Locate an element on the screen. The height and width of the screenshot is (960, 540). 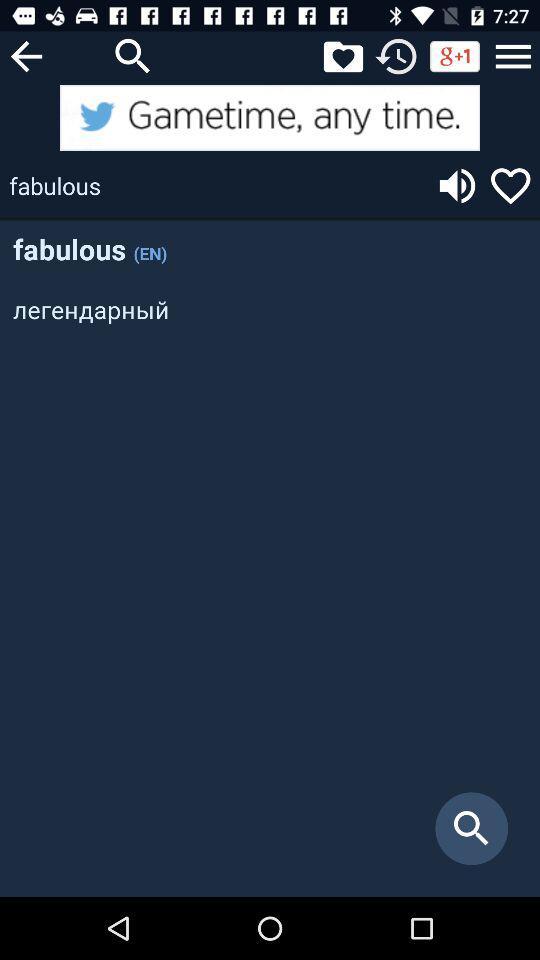
the favorite icon is located at coordinates (510, 185).